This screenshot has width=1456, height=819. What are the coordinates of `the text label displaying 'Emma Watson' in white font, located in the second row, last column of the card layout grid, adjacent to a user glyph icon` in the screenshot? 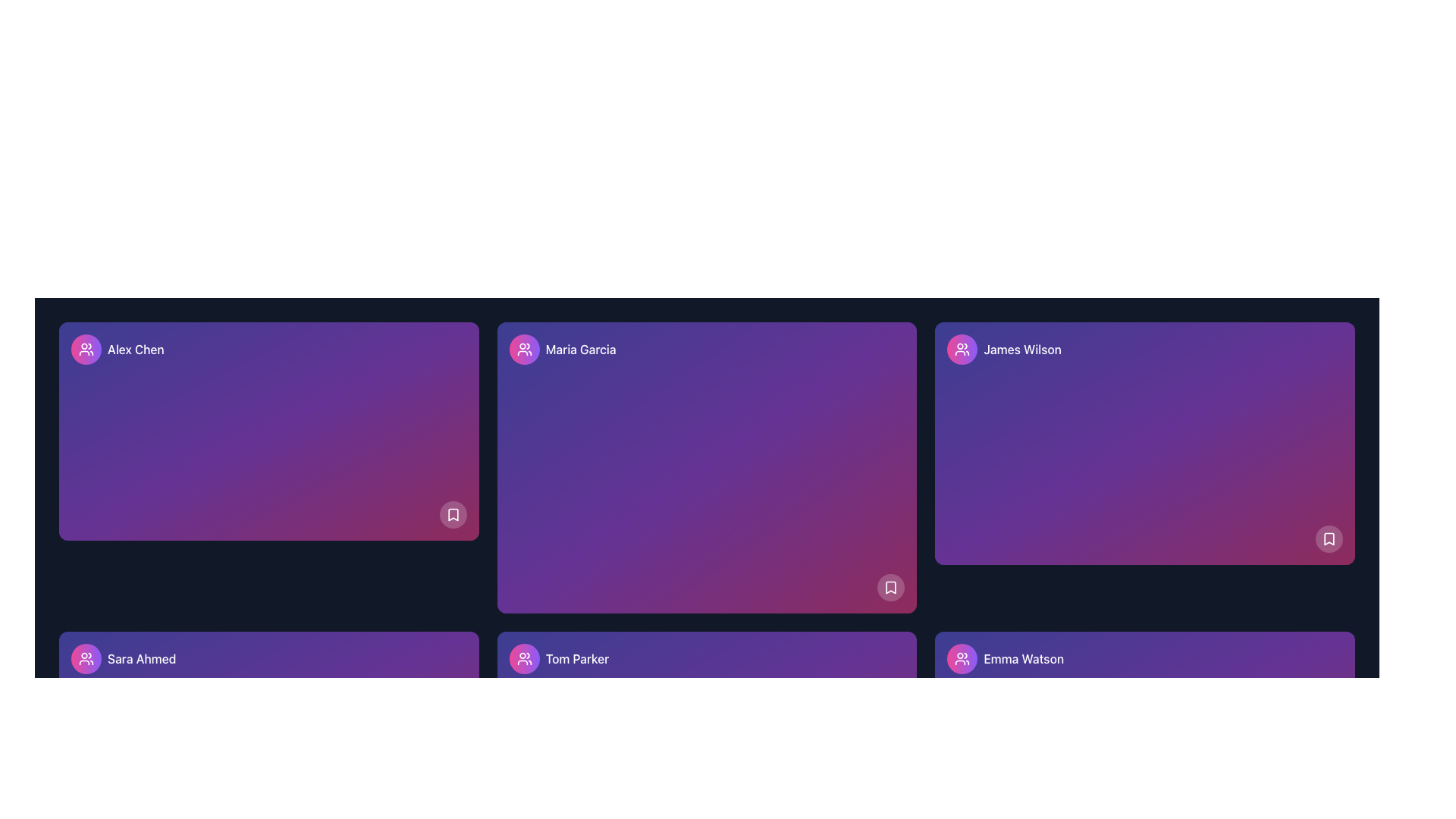 It's located at (1024, 657).